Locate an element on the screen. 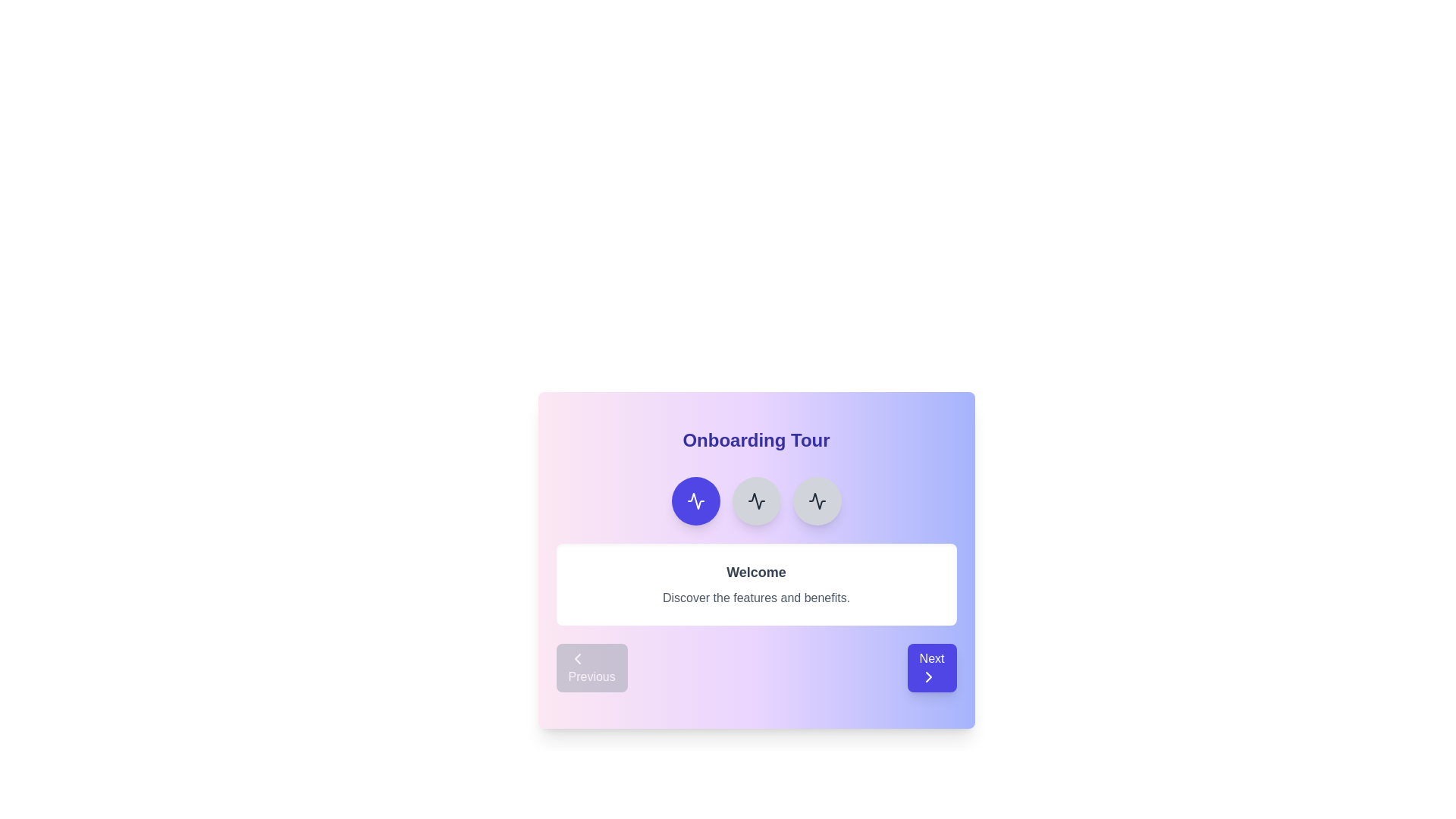  the first circular button with a purple background and a white pulse-like icon in the 'Onboarding Tour' section is located at coordinates (695, 500).